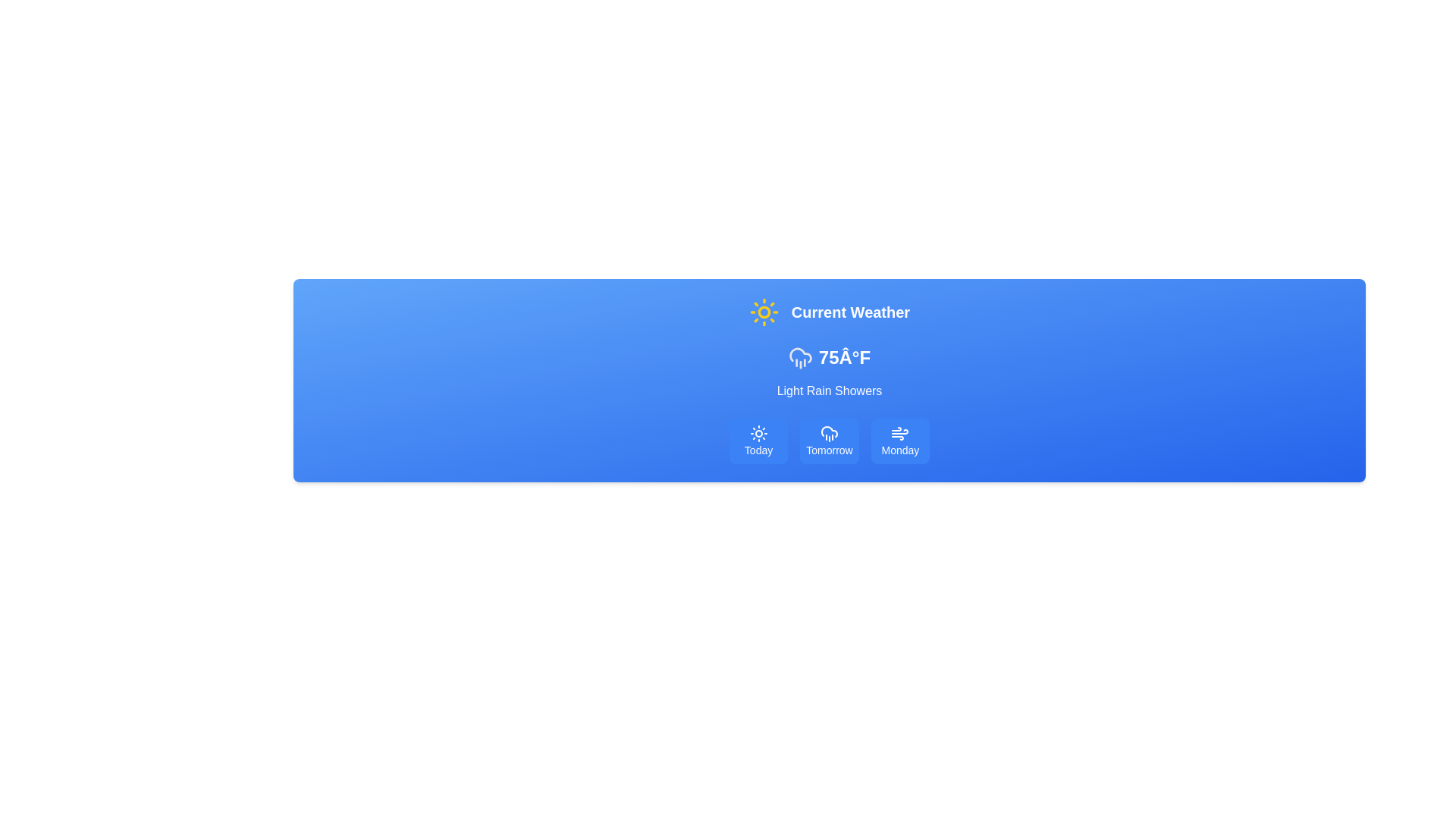  I want to click on the sunny weather icon located to the left of the 'Current Weather' text in the header of the weather information card, so click(764, 312).